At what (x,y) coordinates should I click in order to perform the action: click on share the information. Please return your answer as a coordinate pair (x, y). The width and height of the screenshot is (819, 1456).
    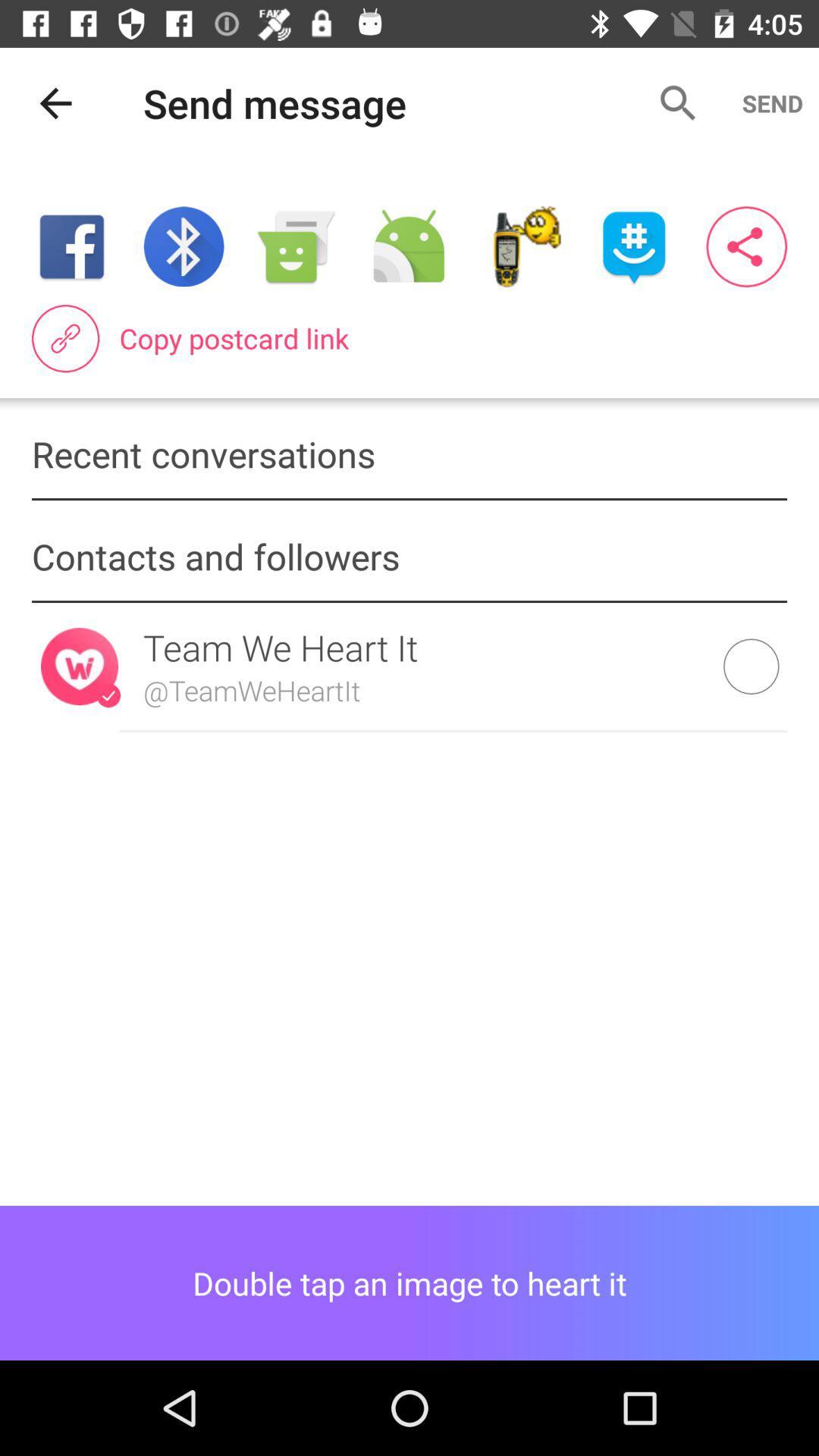
    Looking at the image, I should click on (745, 246).